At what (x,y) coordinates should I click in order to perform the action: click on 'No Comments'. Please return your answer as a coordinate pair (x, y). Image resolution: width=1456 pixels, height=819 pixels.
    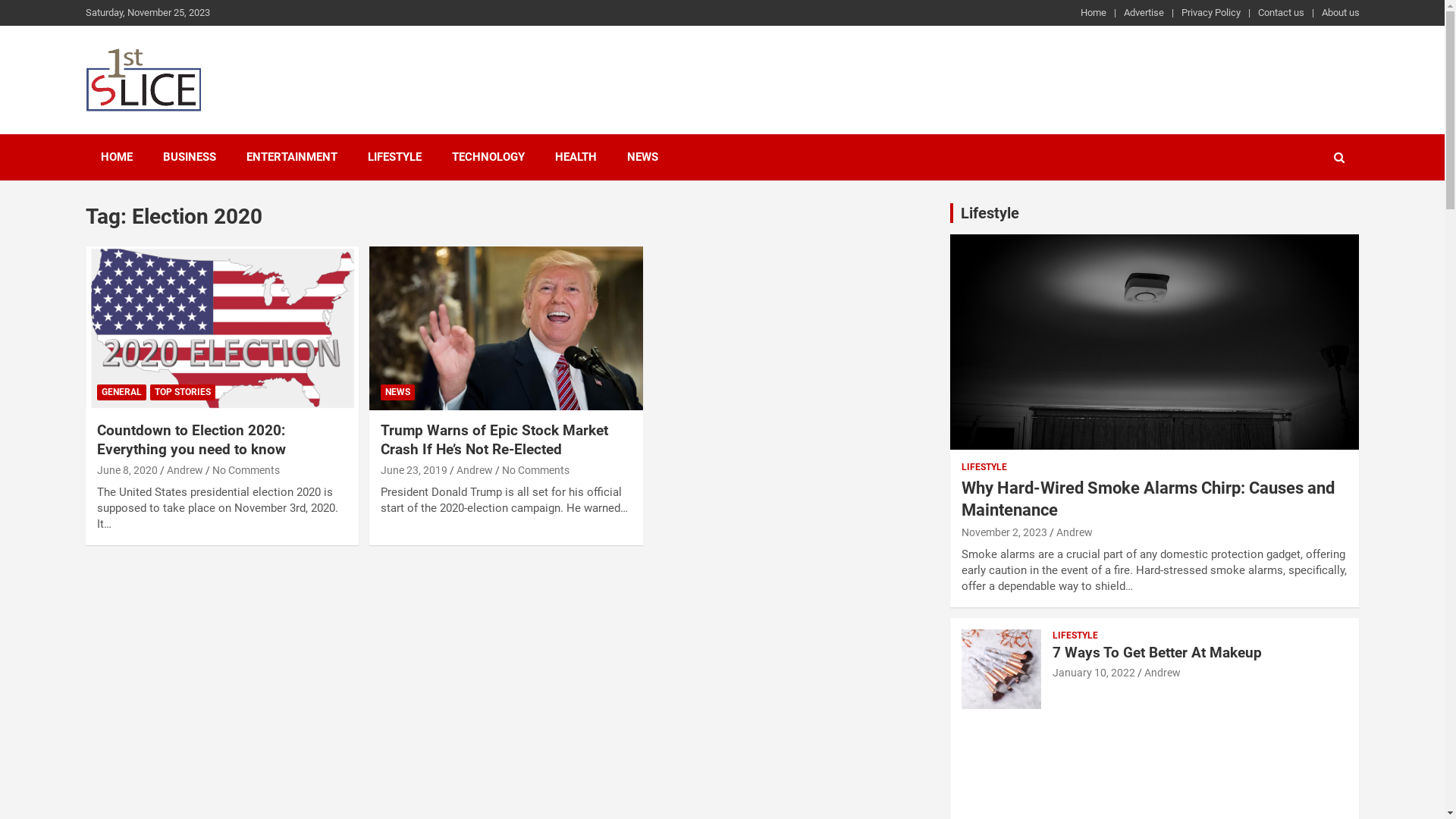
    Looking at the image, I should click on (246, 469).